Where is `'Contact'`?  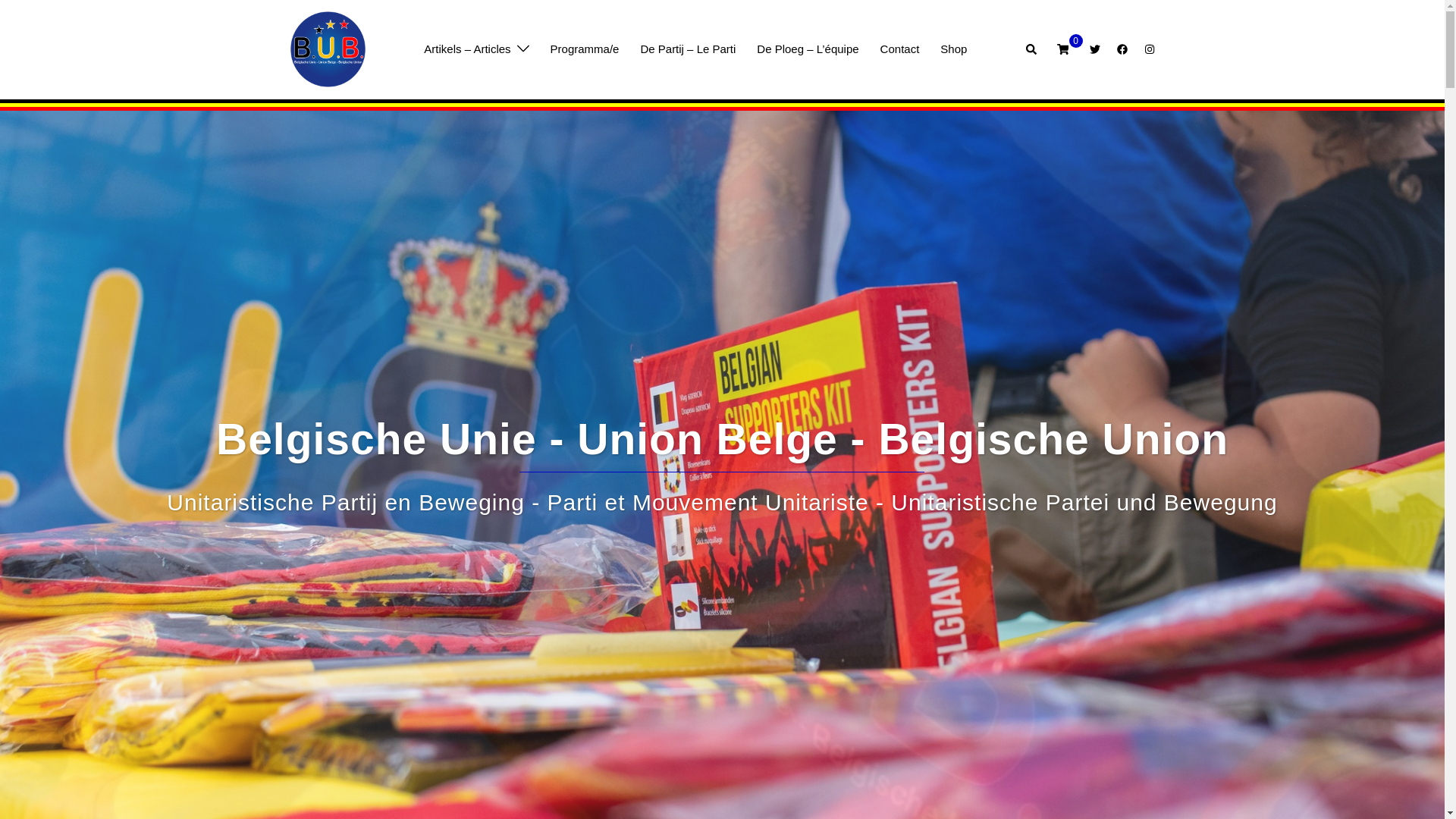
'Contact' is located at coordinates (899, 48).